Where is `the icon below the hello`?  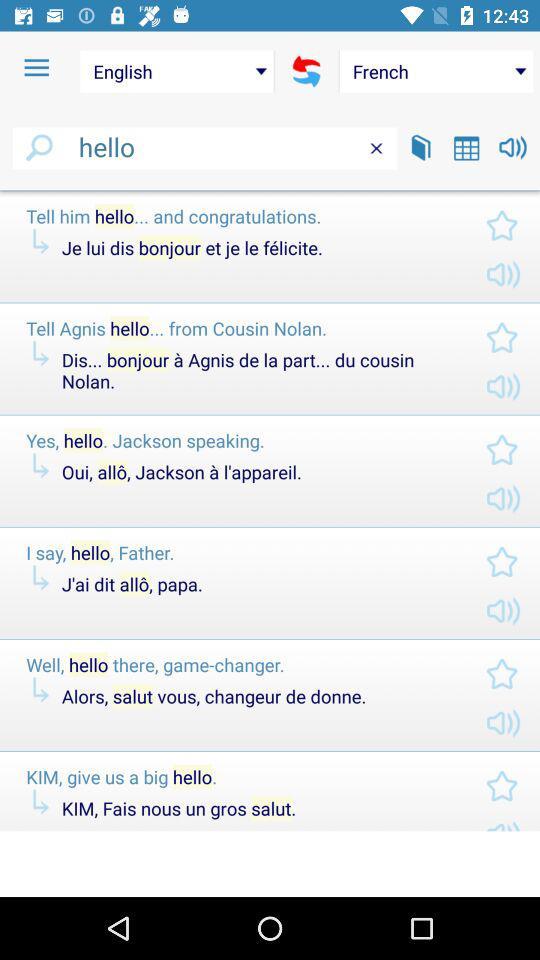
the icon below the hello is located at coordinates (270, 190).